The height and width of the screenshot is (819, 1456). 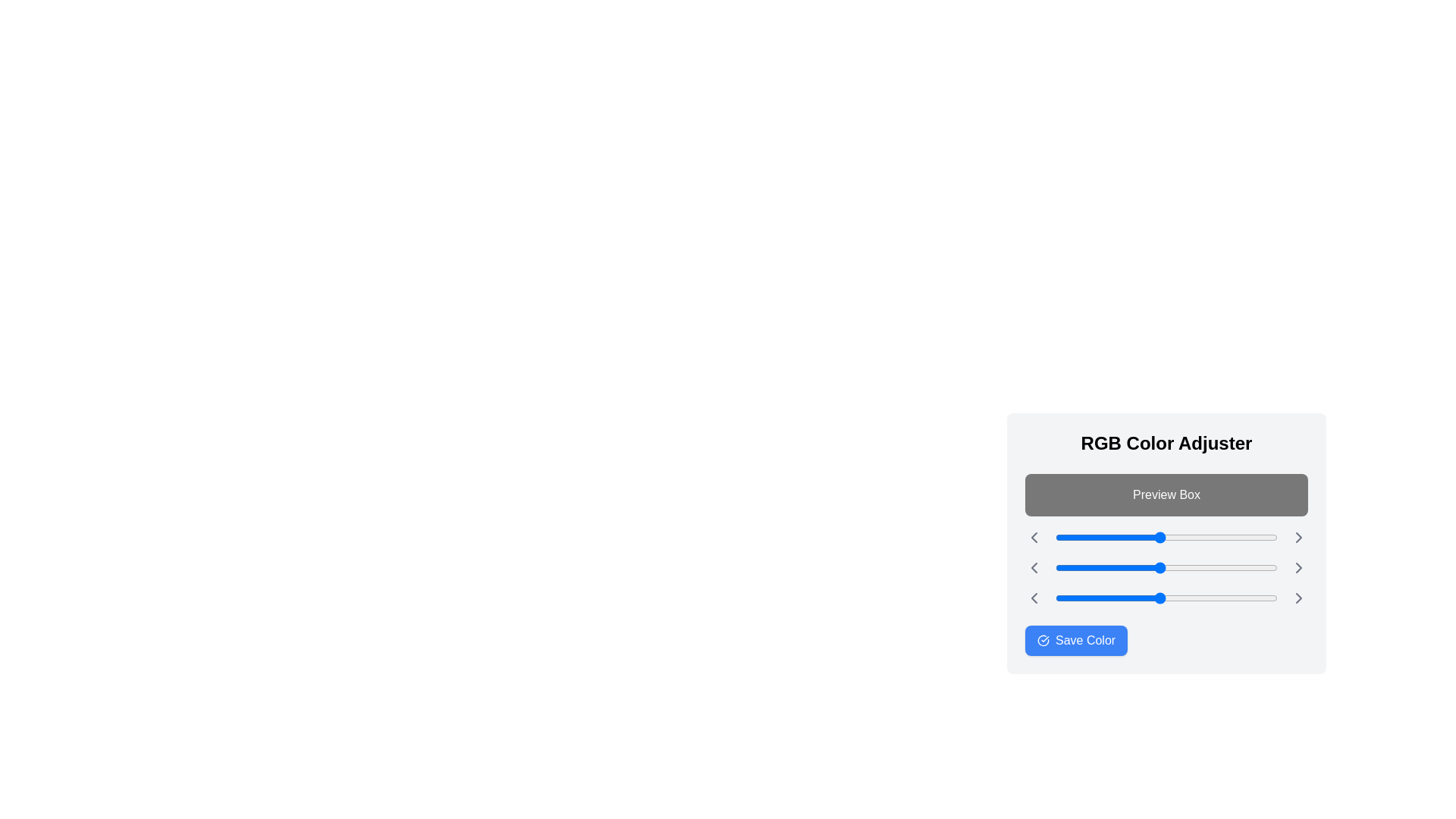 What do you see at coordinates (1106, 598) in the screenshot?
I see `the blue slider to 58` at bounding box center [1106, 598].